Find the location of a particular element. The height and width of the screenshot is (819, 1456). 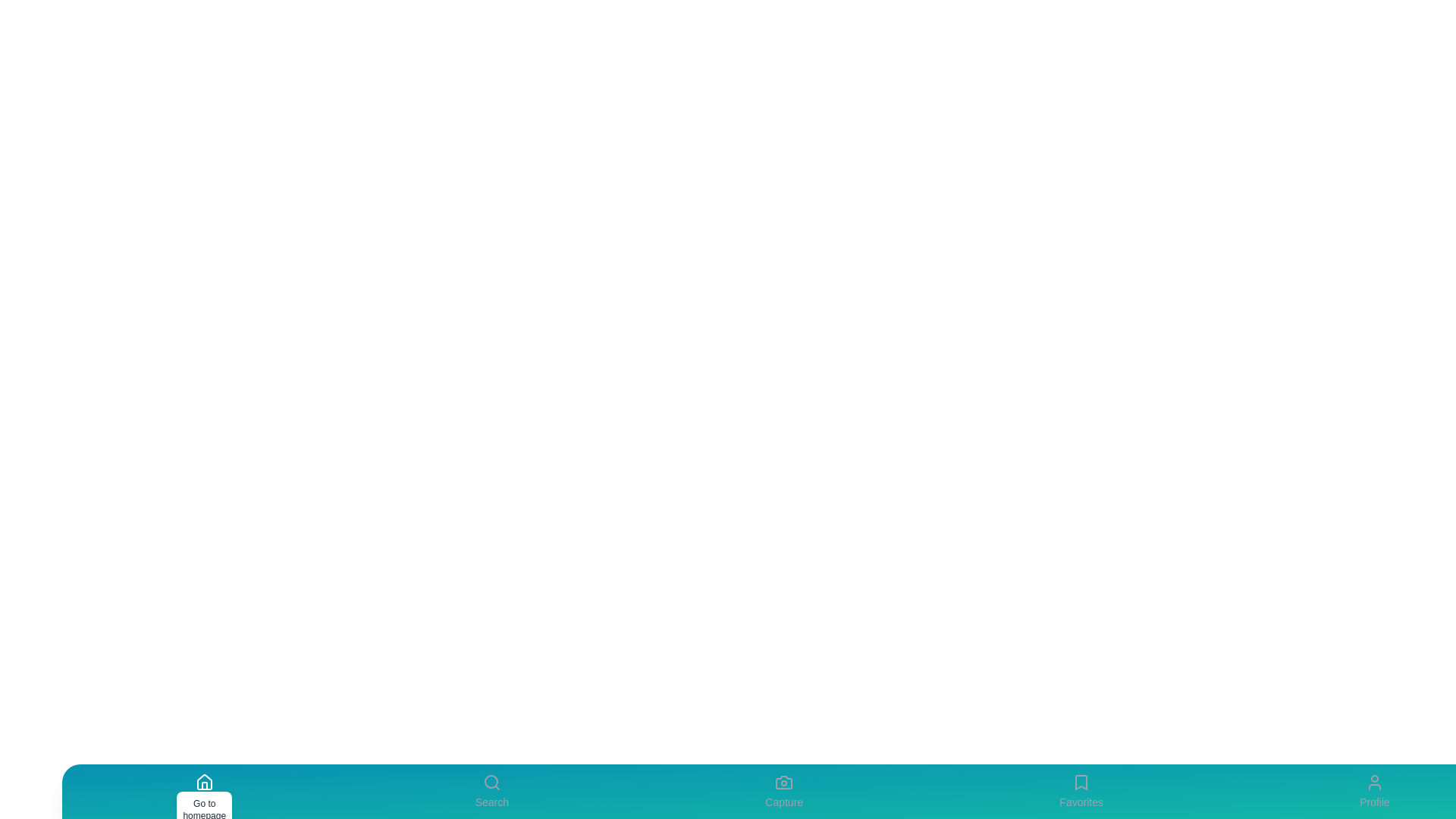

the Home icon to perform its associated action is located at coordinates (203, 791).